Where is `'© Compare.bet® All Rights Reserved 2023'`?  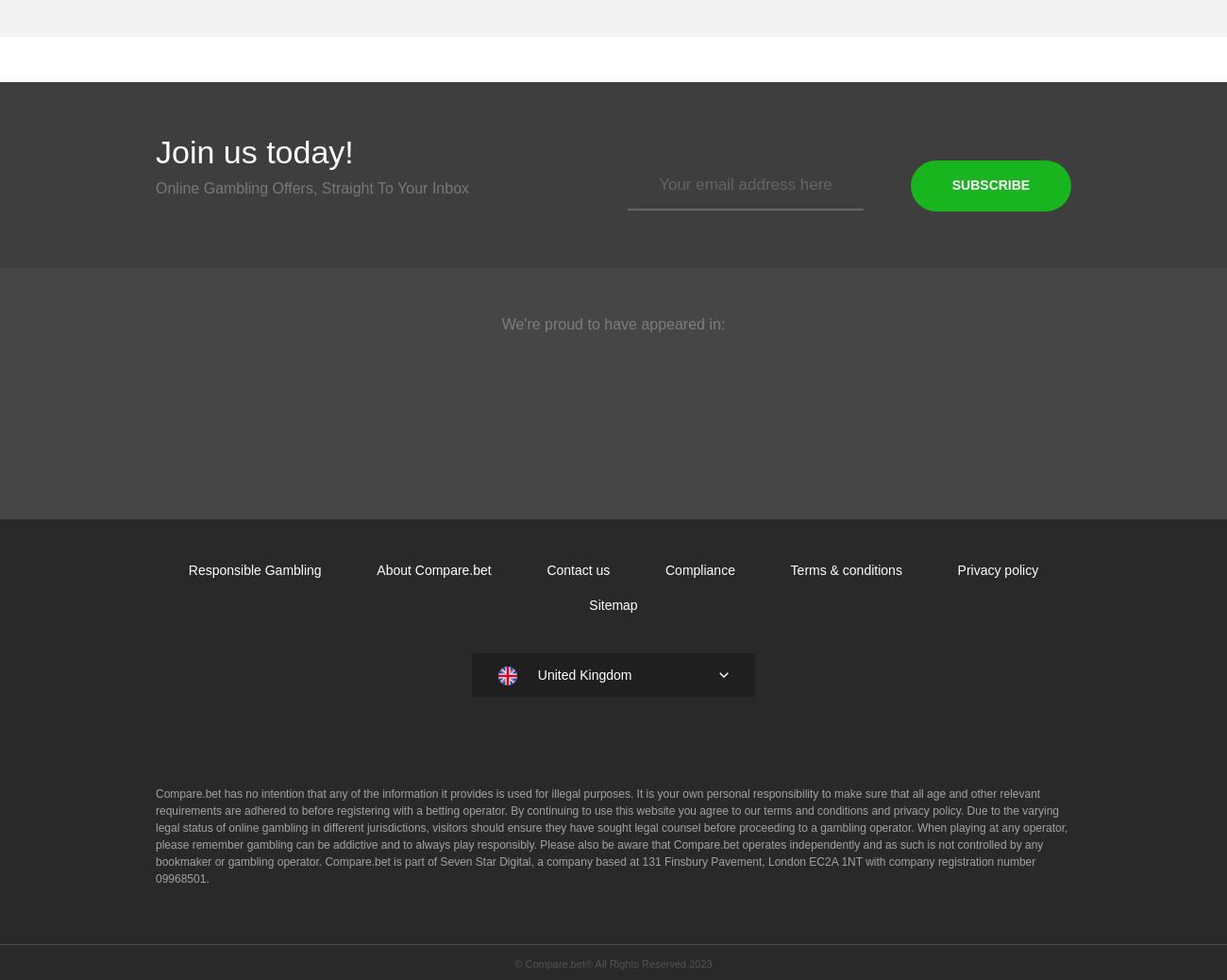 '© Compare.bet® All Rights Reserved 2023' is located at coordinates (513, 963).